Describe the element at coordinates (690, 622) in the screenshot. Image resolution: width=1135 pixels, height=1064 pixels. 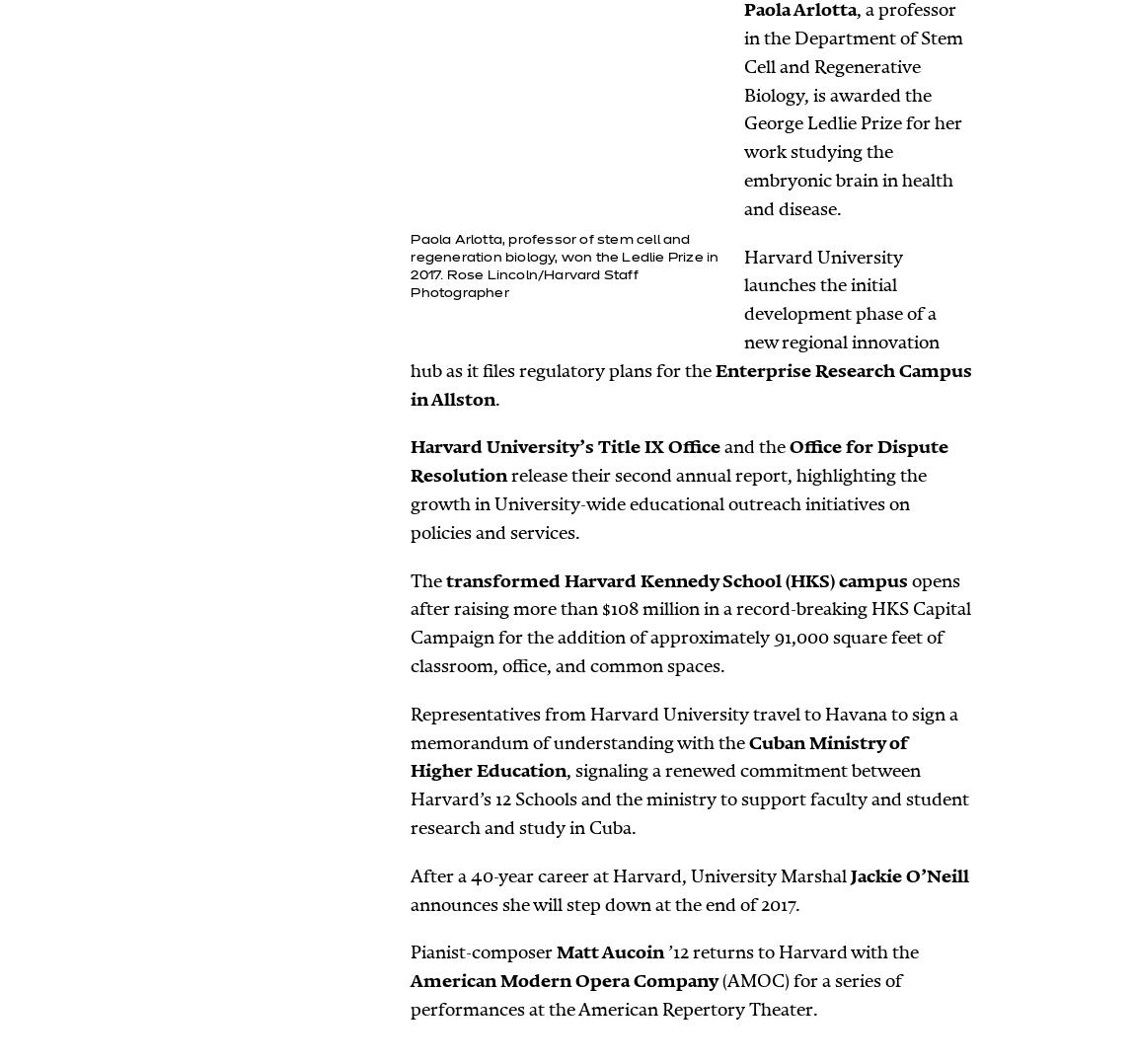
I see `'opens after raising more than $108 million in a record-breaking HKS Capital Campaign for the addition of approximately 91,000 square feet of classroom, office, and common spaces.'` at that location.